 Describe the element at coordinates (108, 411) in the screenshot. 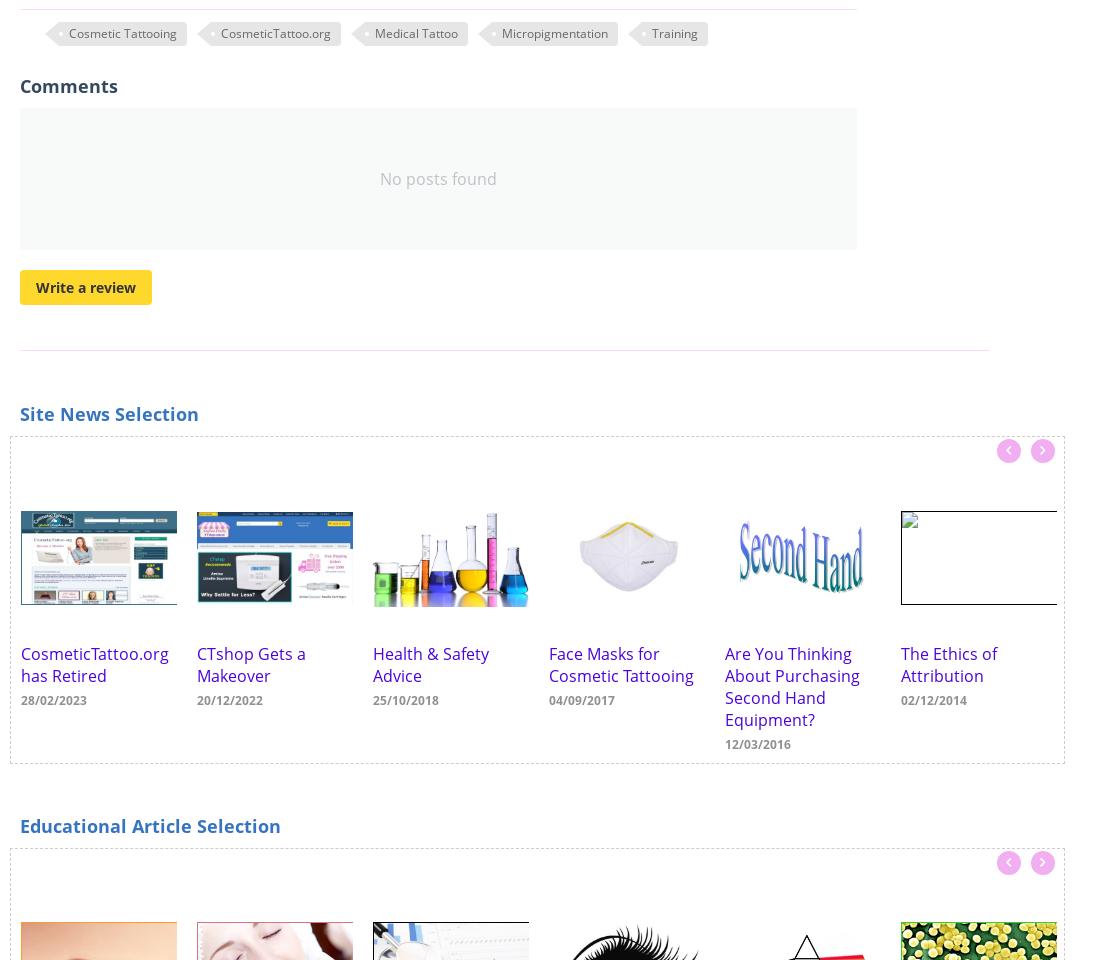

I see `'Site News Selection'` at that location.